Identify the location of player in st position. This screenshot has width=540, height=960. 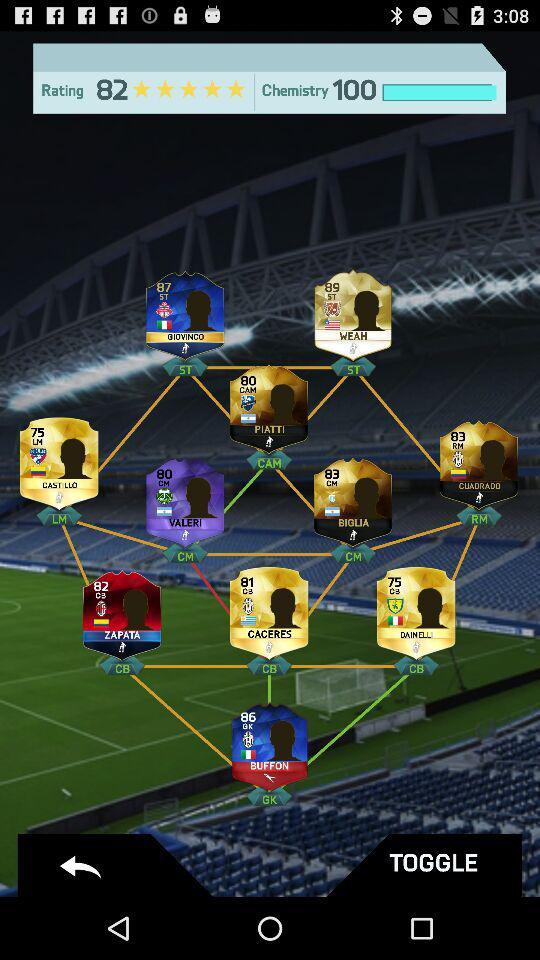
(352, 311).